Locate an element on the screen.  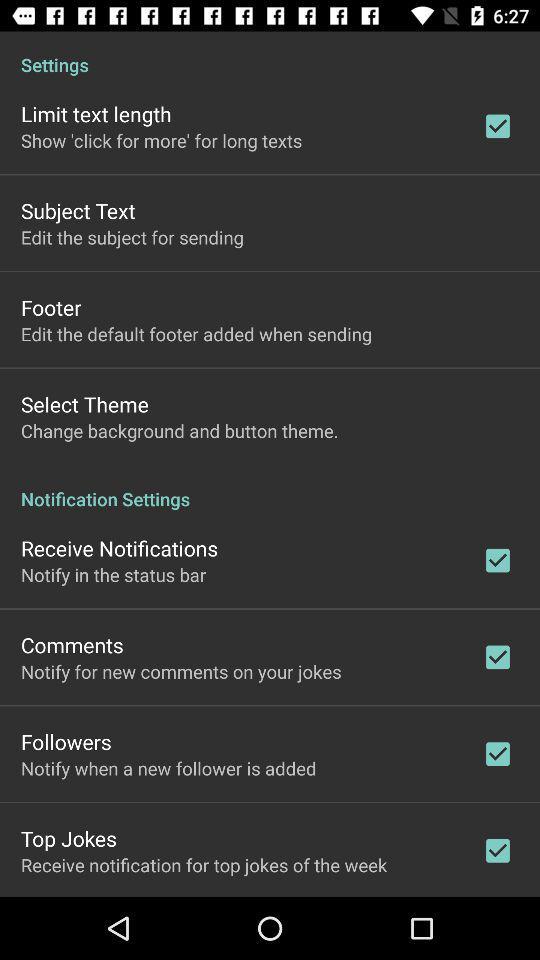
the subject text app is located at coordinates (77, 210).